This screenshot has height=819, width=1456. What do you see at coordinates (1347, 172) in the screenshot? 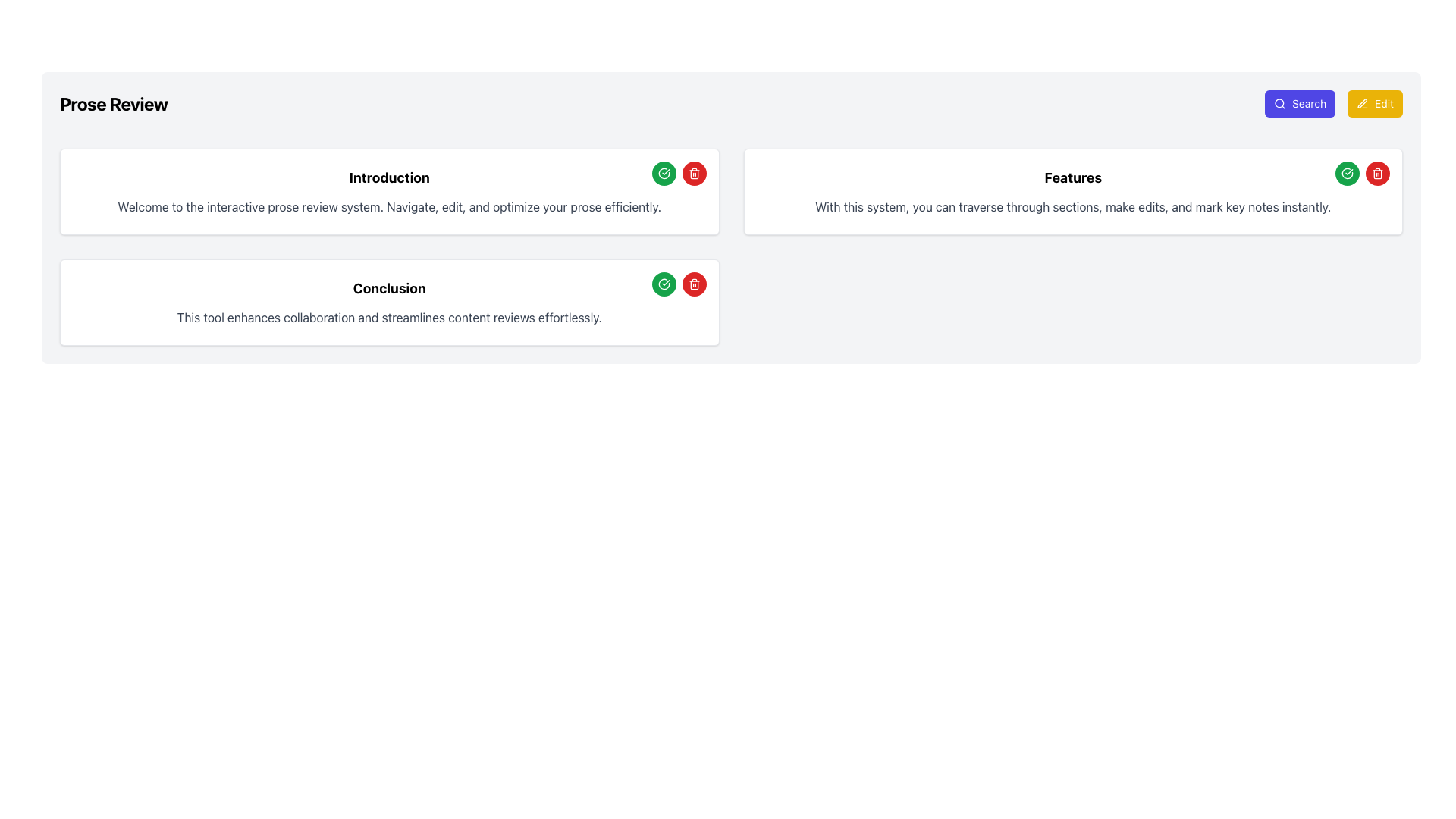
I see `the circular green button with a white checkmark icon located in the top-right area of the 'Features' section for keyboard navigation` at bounding box center [1347, 172].